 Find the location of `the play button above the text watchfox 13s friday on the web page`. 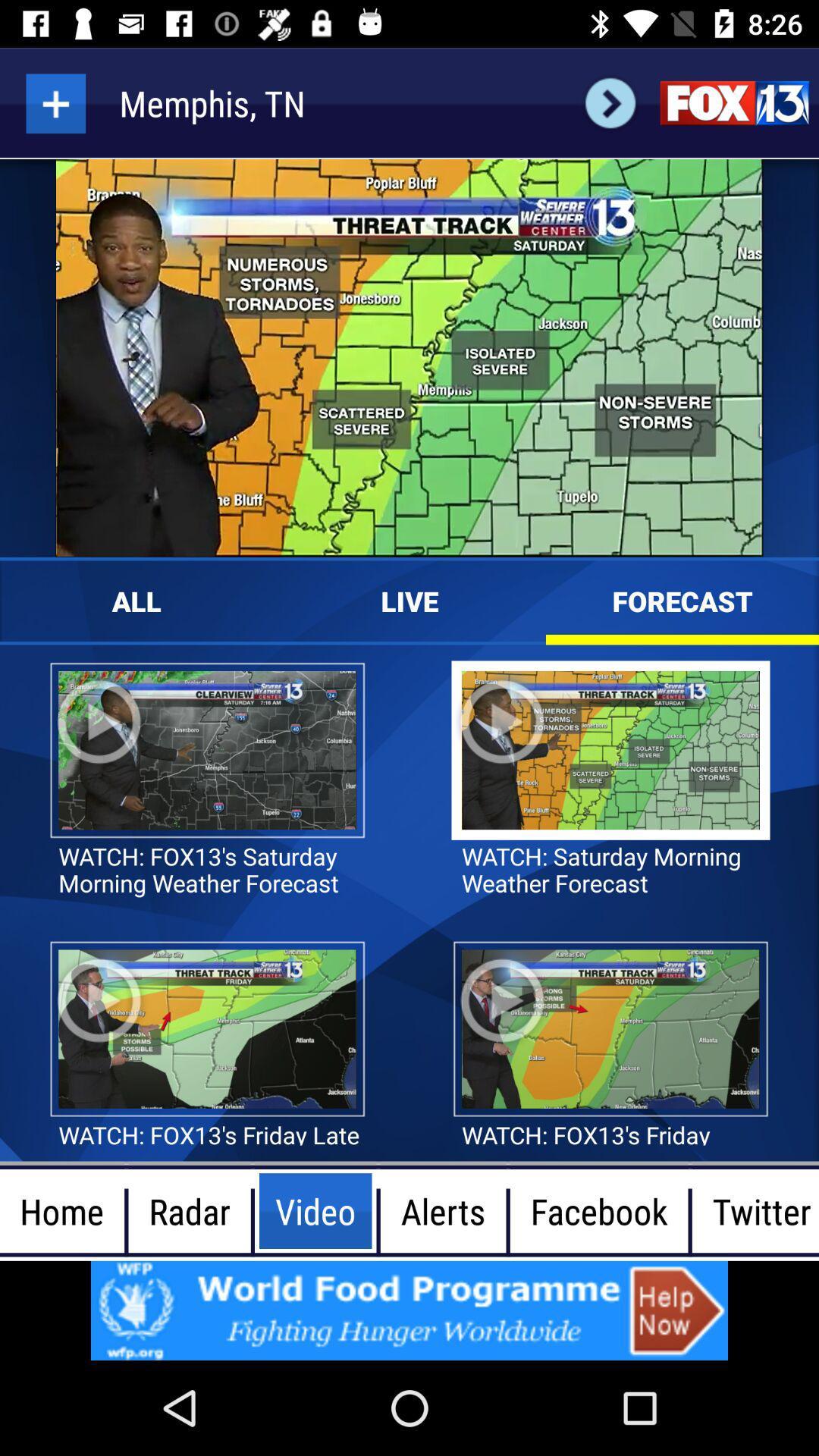

the play button above the text watchfox 13s friday on the web page is located at coordinates (503, 1001).